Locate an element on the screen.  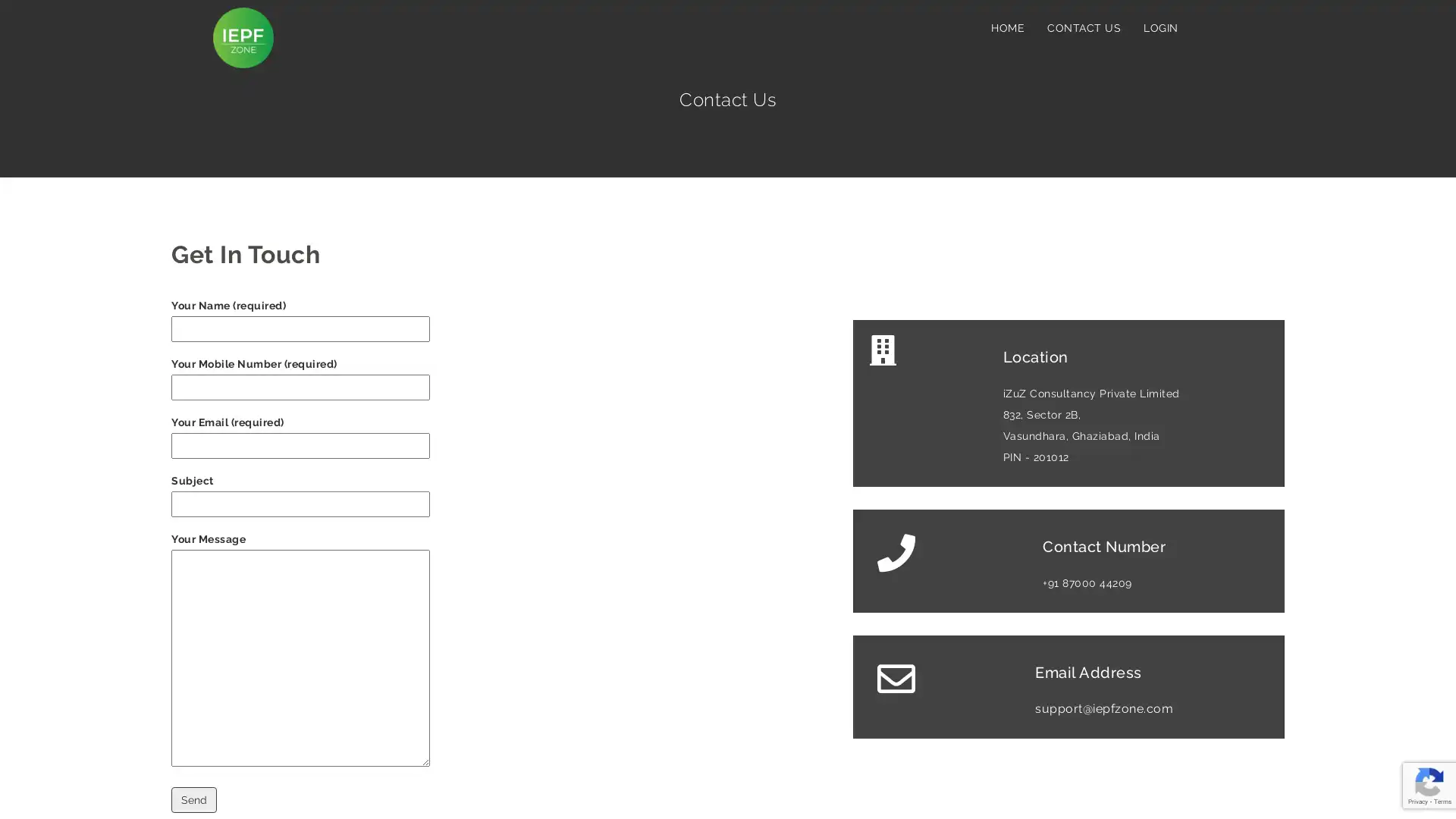
Send is located at coordinates (193, 799).